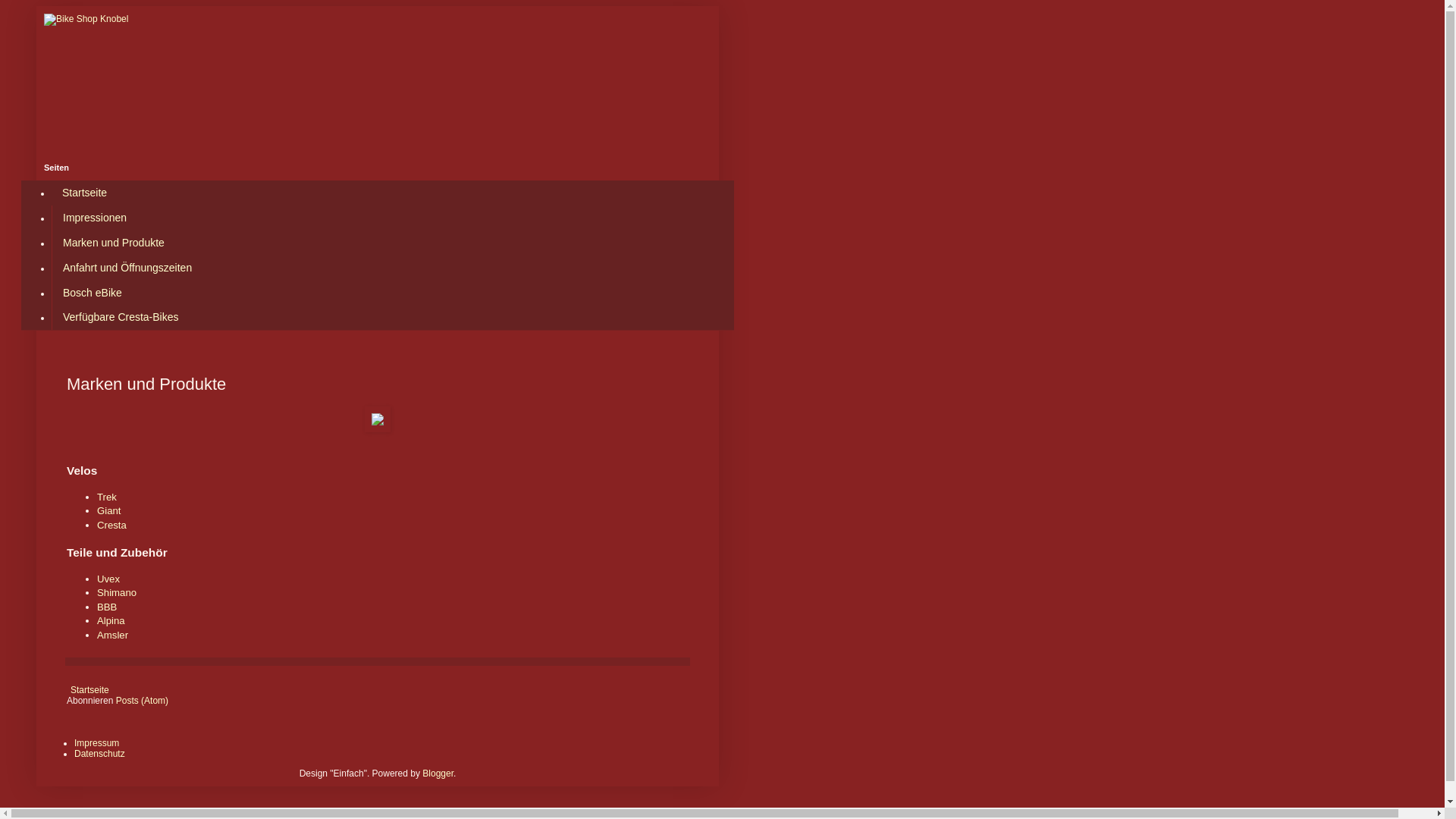 The width and height of the screenshot is (1456, 819). I want to click on 'Bosch eBike', so click(91, 292).